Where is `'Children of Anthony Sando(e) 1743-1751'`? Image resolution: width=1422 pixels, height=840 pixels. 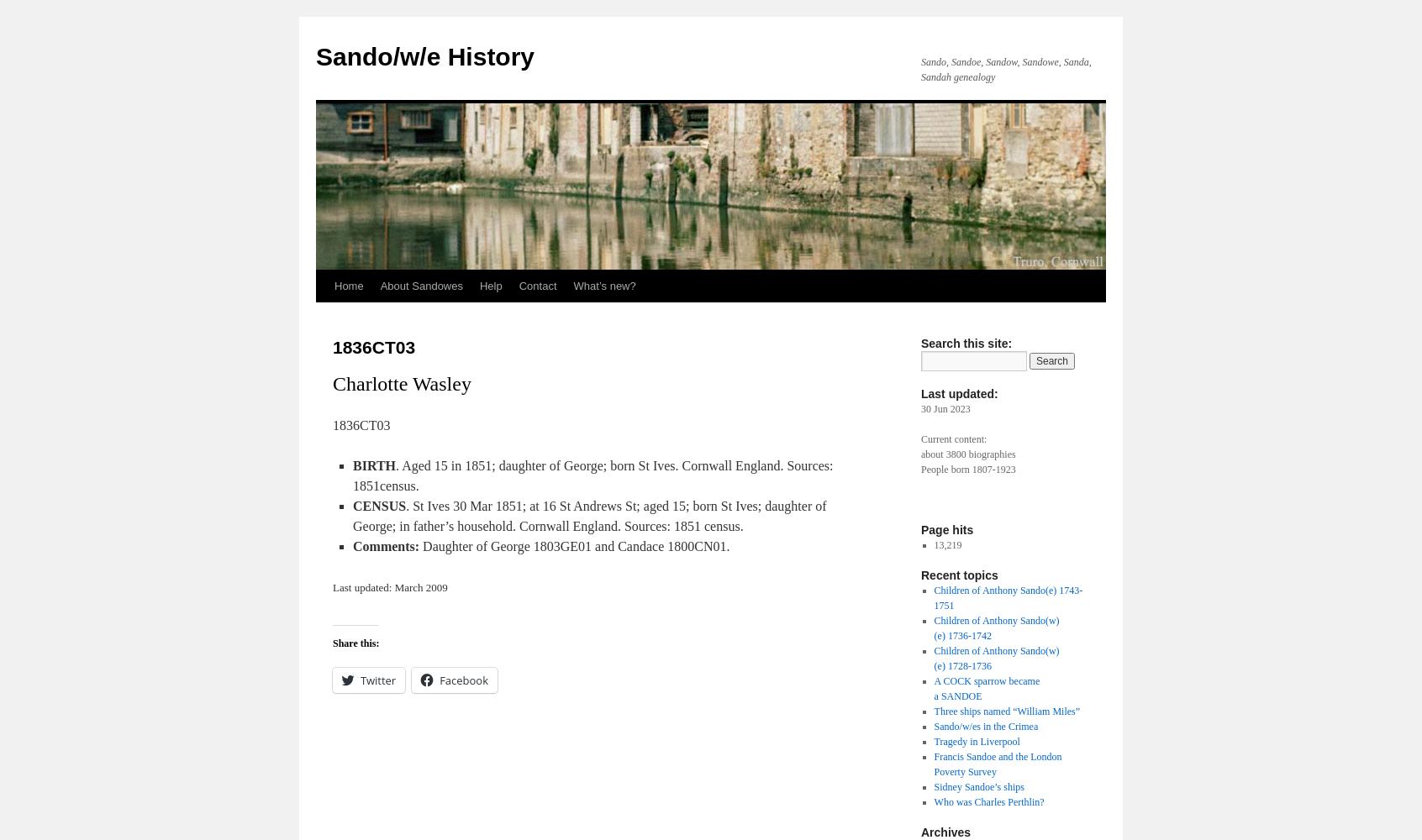
'Children of Anthony Sando(e) 1743-1751' is located at coordinates (1007, 597).